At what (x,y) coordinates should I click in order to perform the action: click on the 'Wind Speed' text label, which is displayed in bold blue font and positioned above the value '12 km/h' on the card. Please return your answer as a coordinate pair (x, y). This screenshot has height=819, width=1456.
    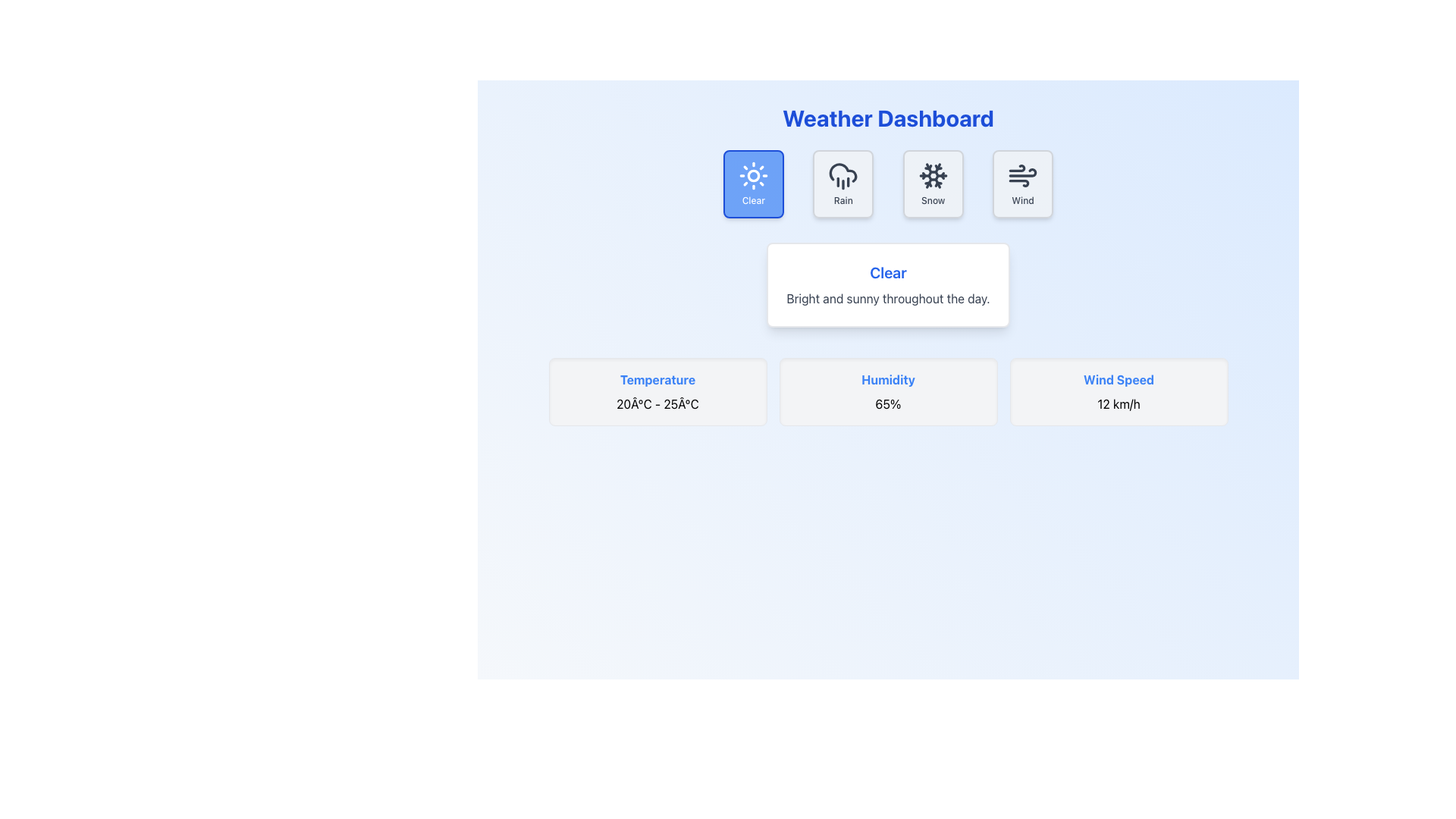
    Looking at the image, I should click on (1119, 379).